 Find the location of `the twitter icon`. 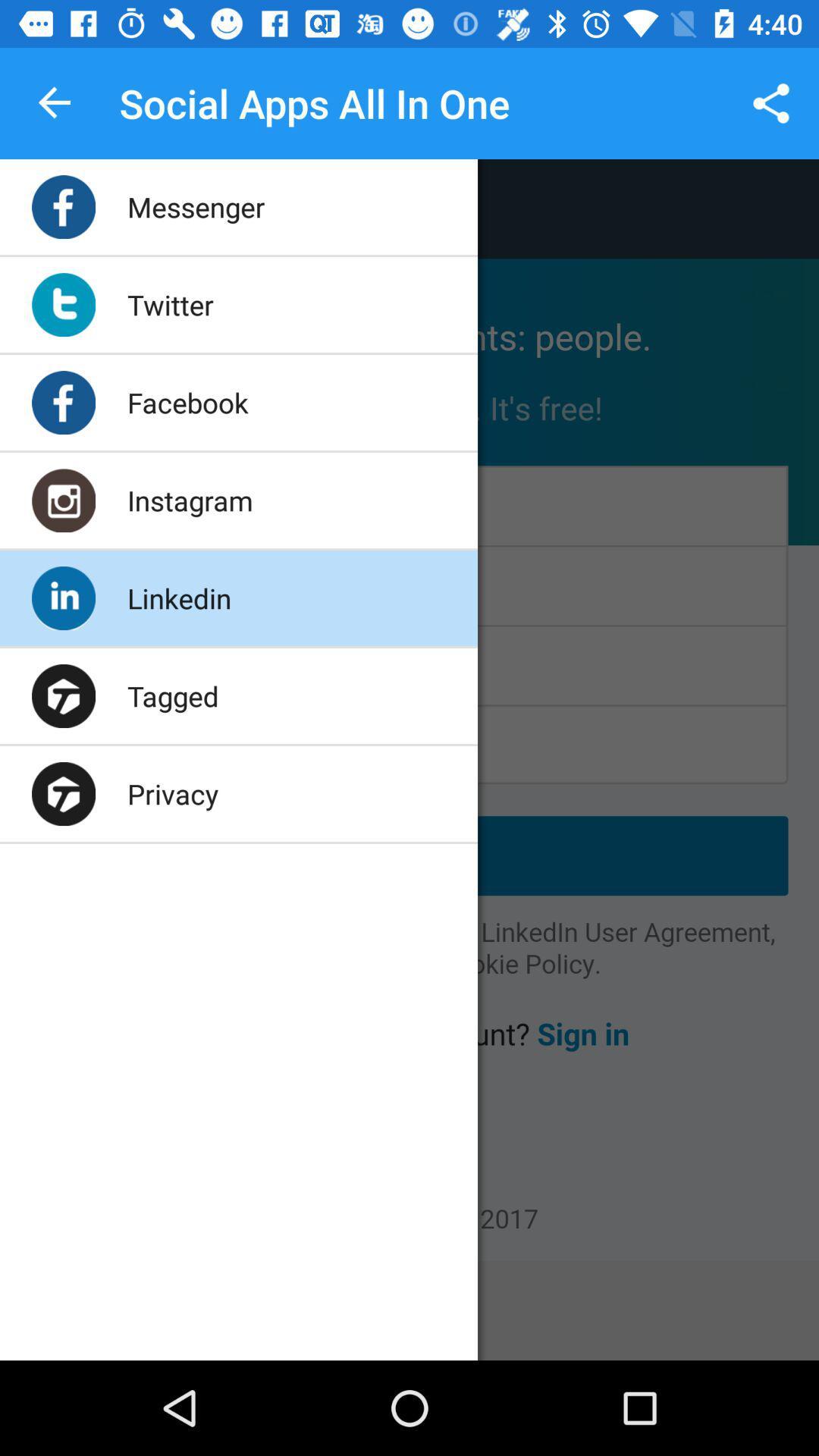

the twitter icon is located at coordinates (170, 304).